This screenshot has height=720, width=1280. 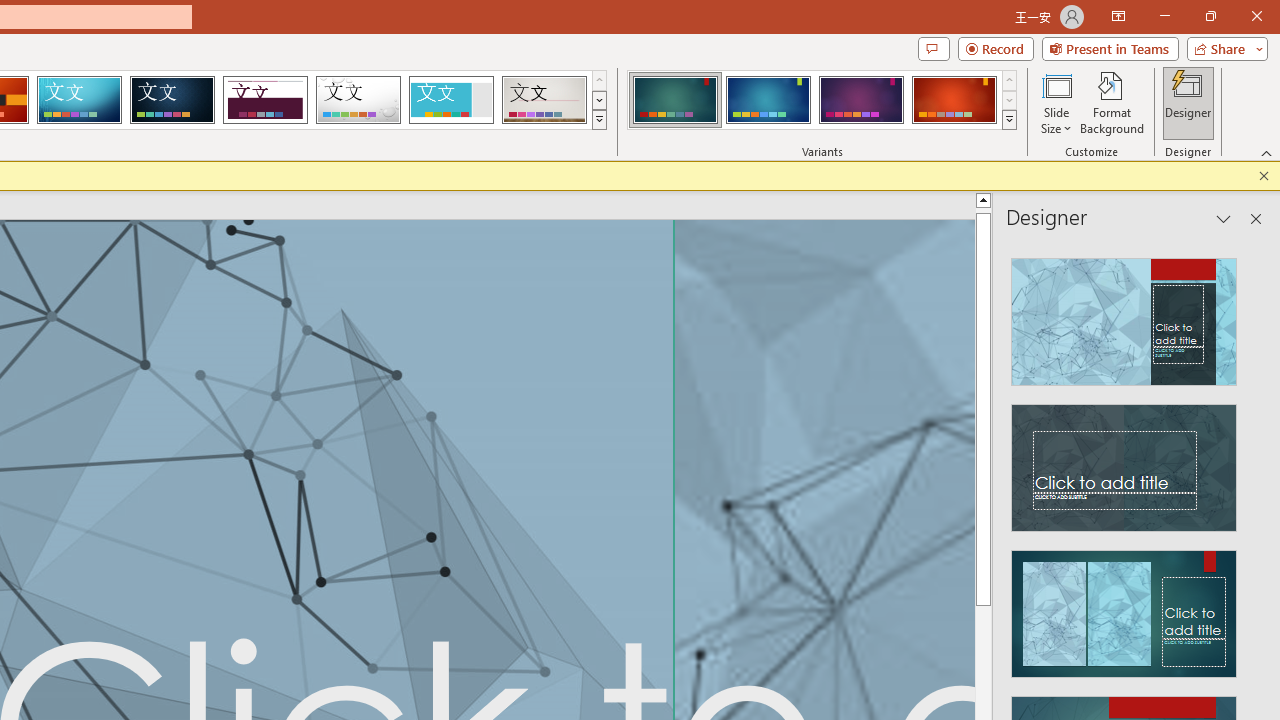 I want to click on 'Ribbon Display Options', so click(x=1117, y=16).